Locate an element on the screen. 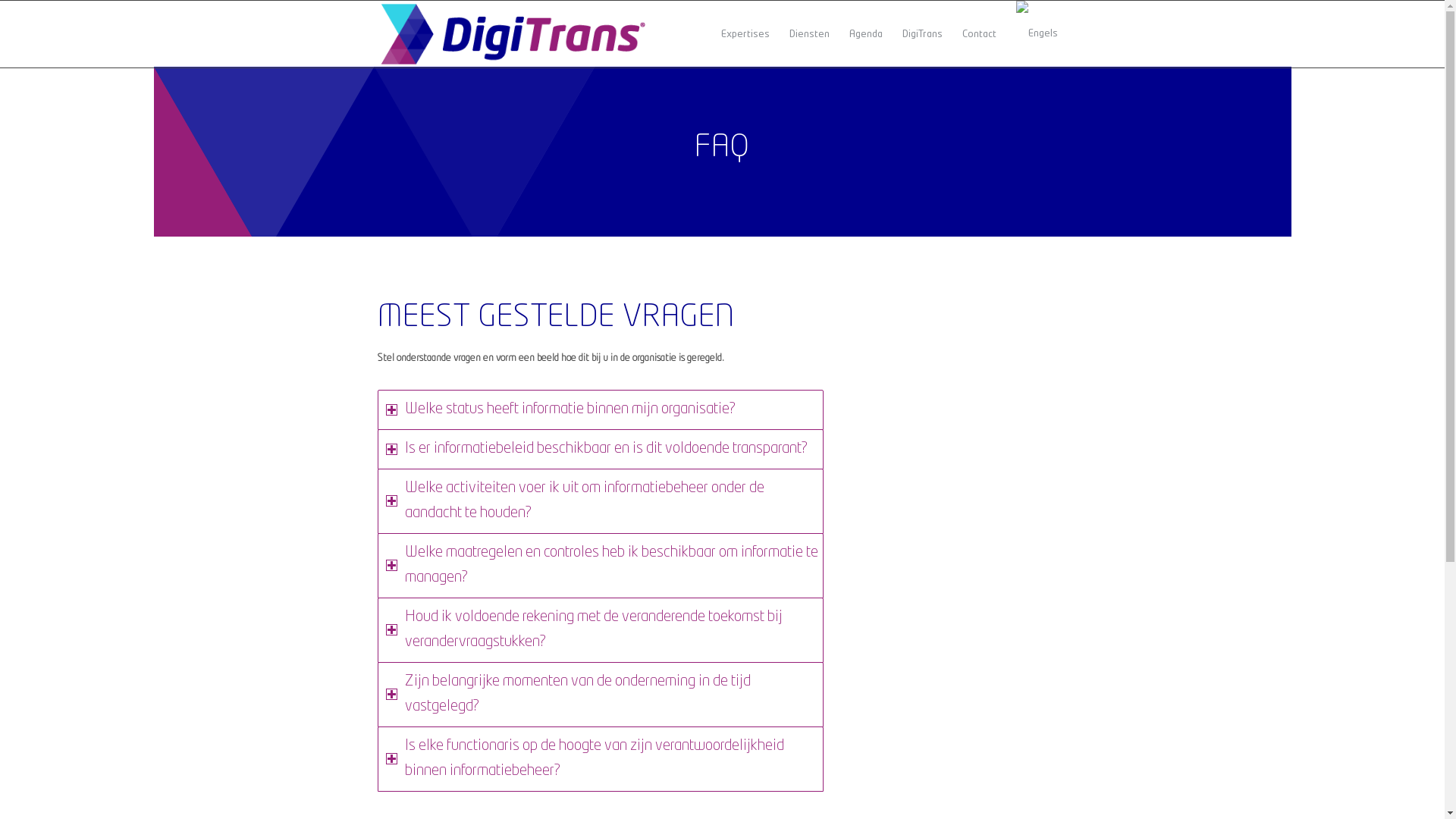 The image size is (1456, 819). 'colour' is located at coordinates (513, 34).